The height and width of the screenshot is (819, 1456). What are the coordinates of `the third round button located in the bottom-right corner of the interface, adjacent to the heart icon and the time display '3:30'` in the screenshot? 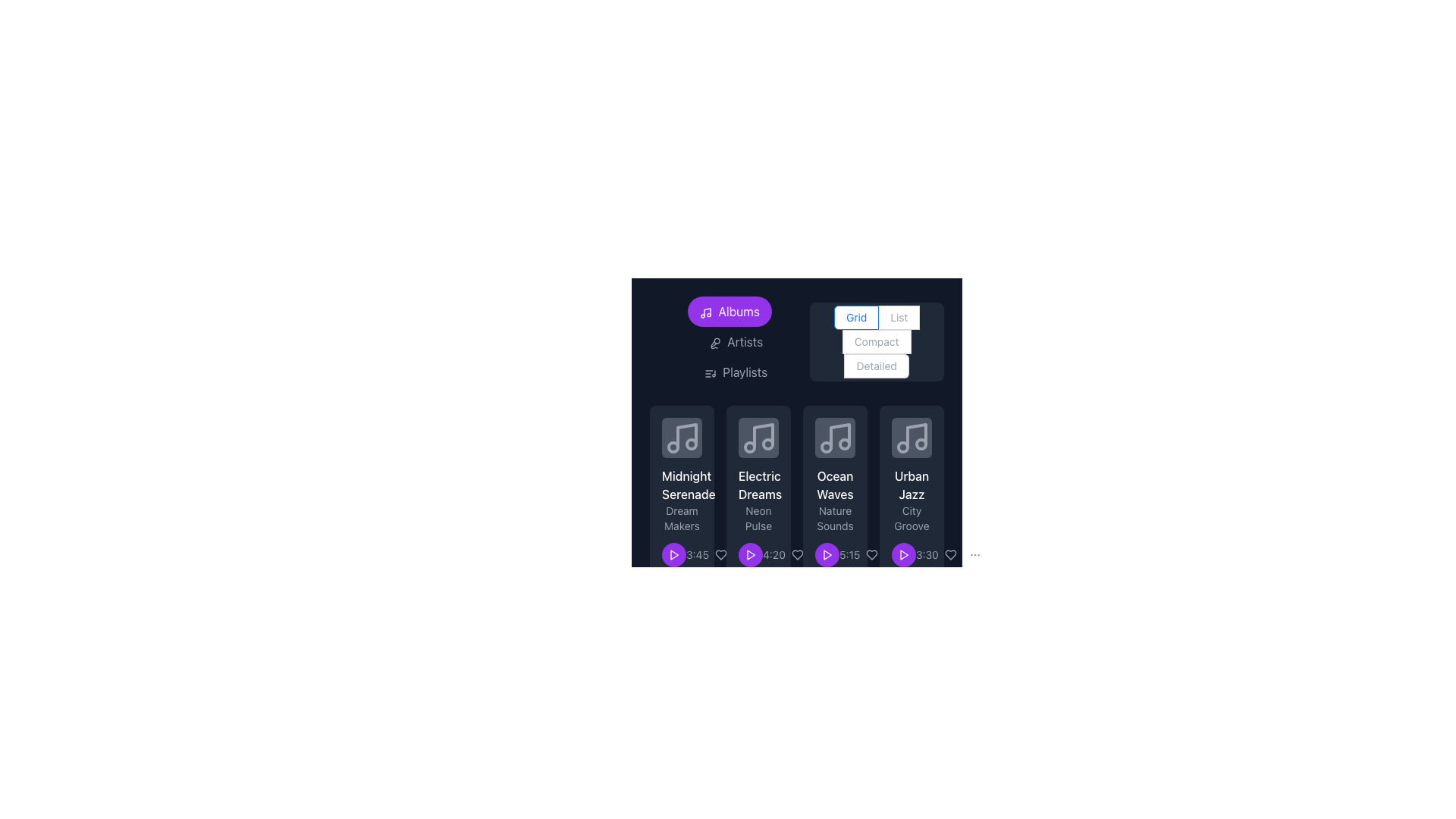 It's located at (745, 555).